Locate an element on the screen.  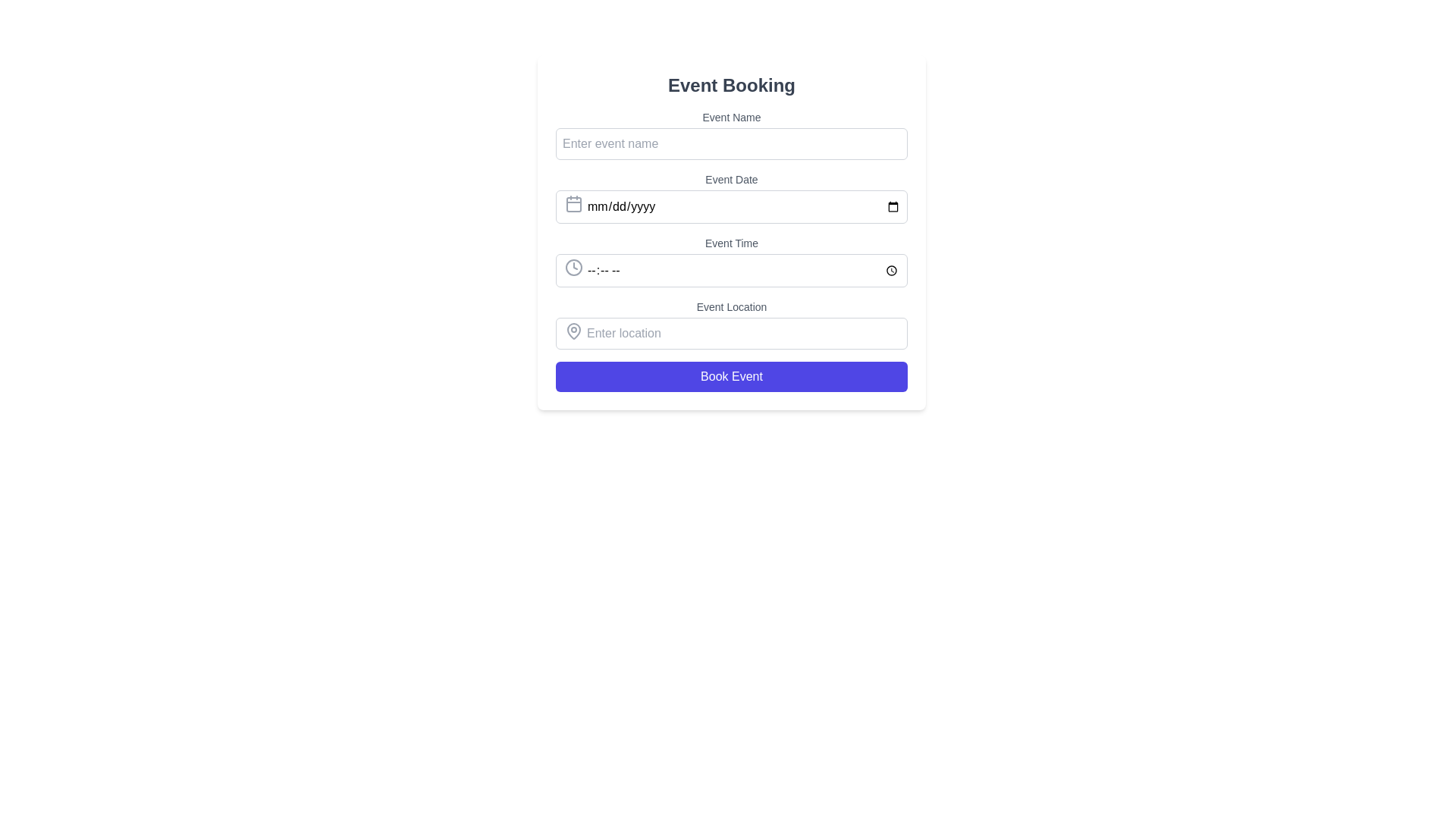
the date selection icon located inside the 'Event Date' input field, positioned to the far left of the text box near the placeholder text 'mm/dd/yyyy' is located at coordinates (573, 203).